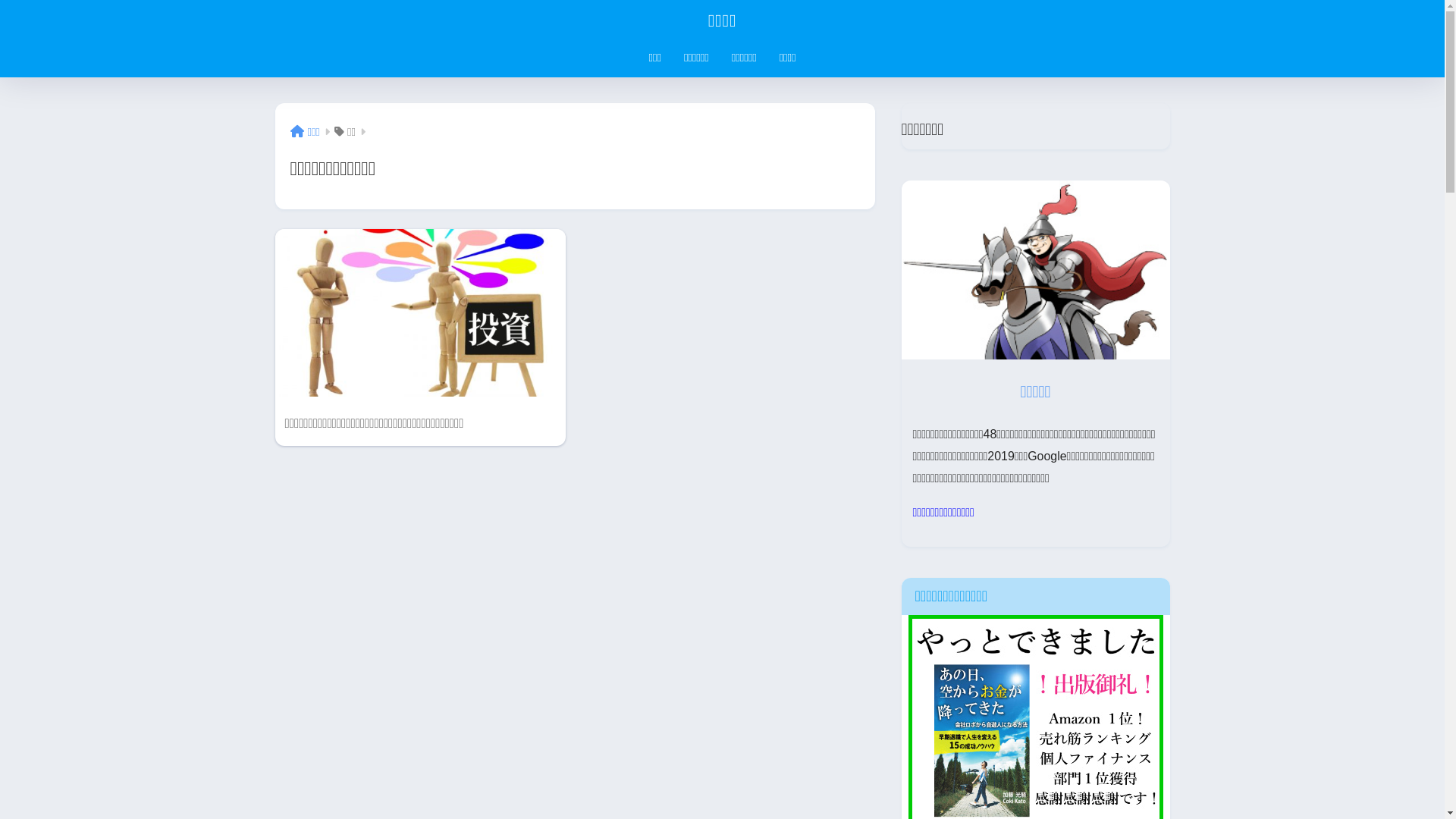  What do you see at coordinates (5, 5) in the screenshot?
I see `'on'` at bounding box center [5, 5].